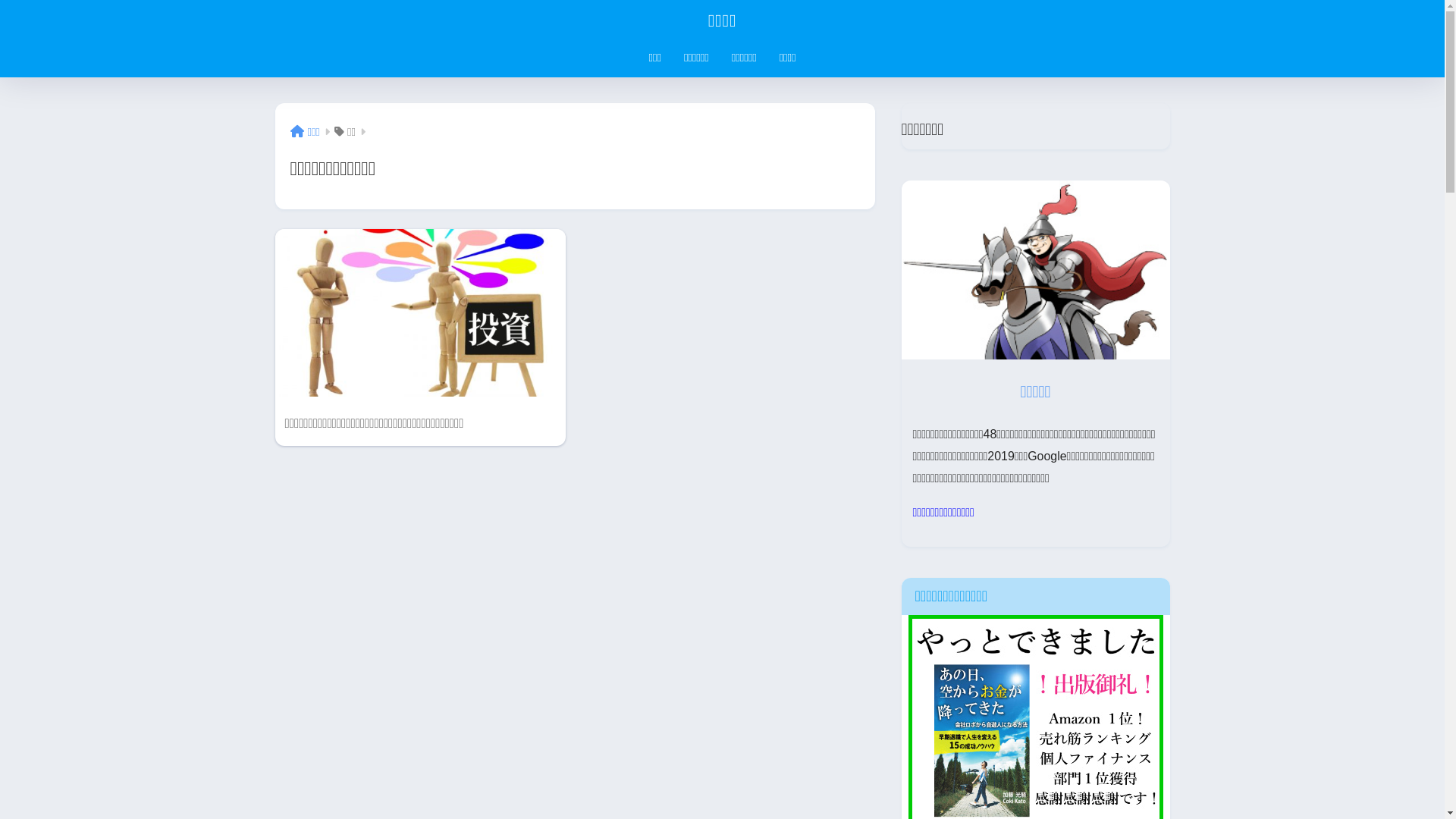  What do you see at coordinates (5, 5) in the screenshot?
I see `'on'` at bounding box center [5, 5].